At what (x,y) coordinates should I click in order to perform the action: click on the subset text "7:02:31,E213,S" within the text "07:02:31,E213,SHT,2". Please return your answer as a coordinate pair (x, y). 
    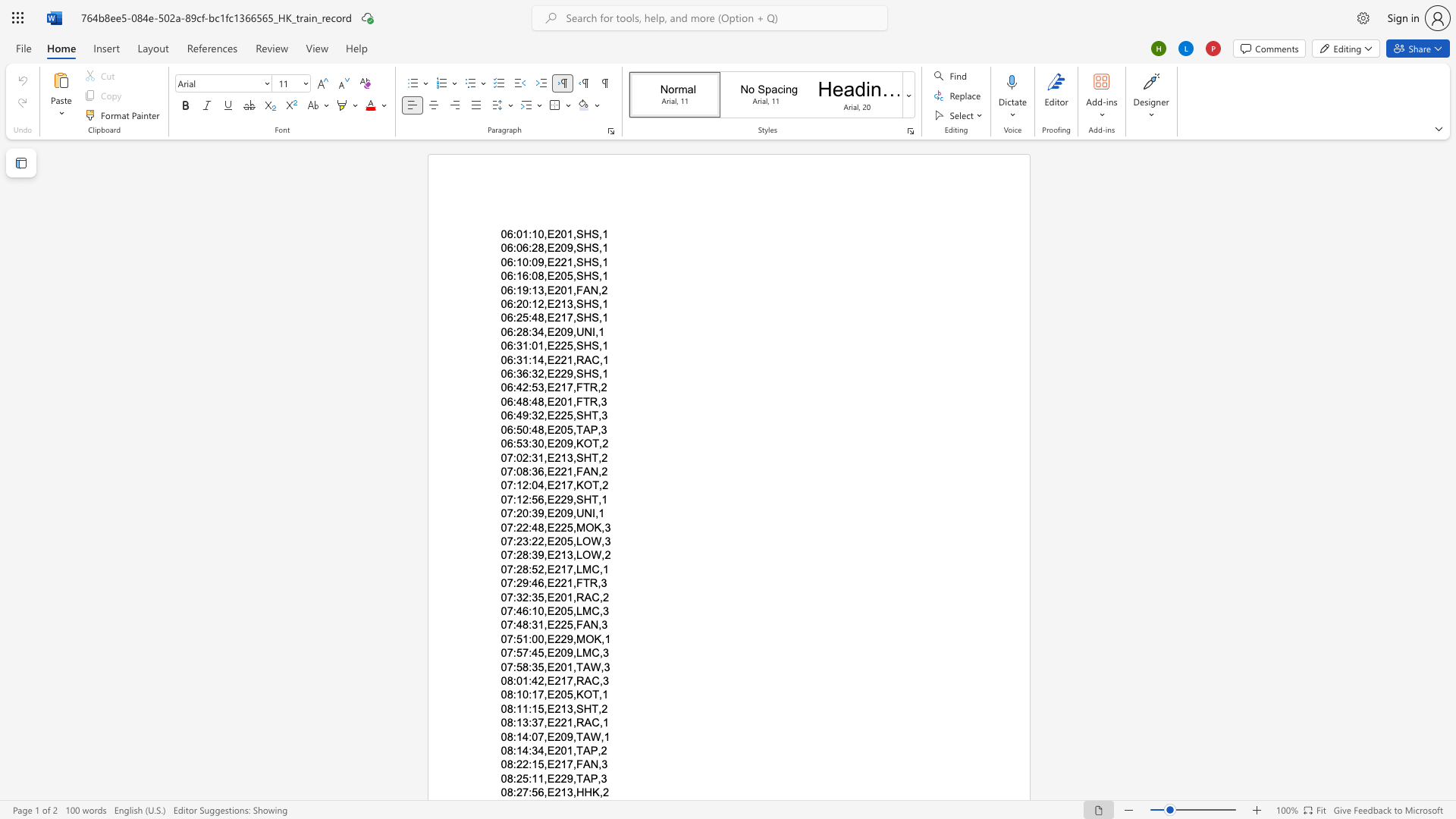
    Looking at the image, I should click on (507, 457).